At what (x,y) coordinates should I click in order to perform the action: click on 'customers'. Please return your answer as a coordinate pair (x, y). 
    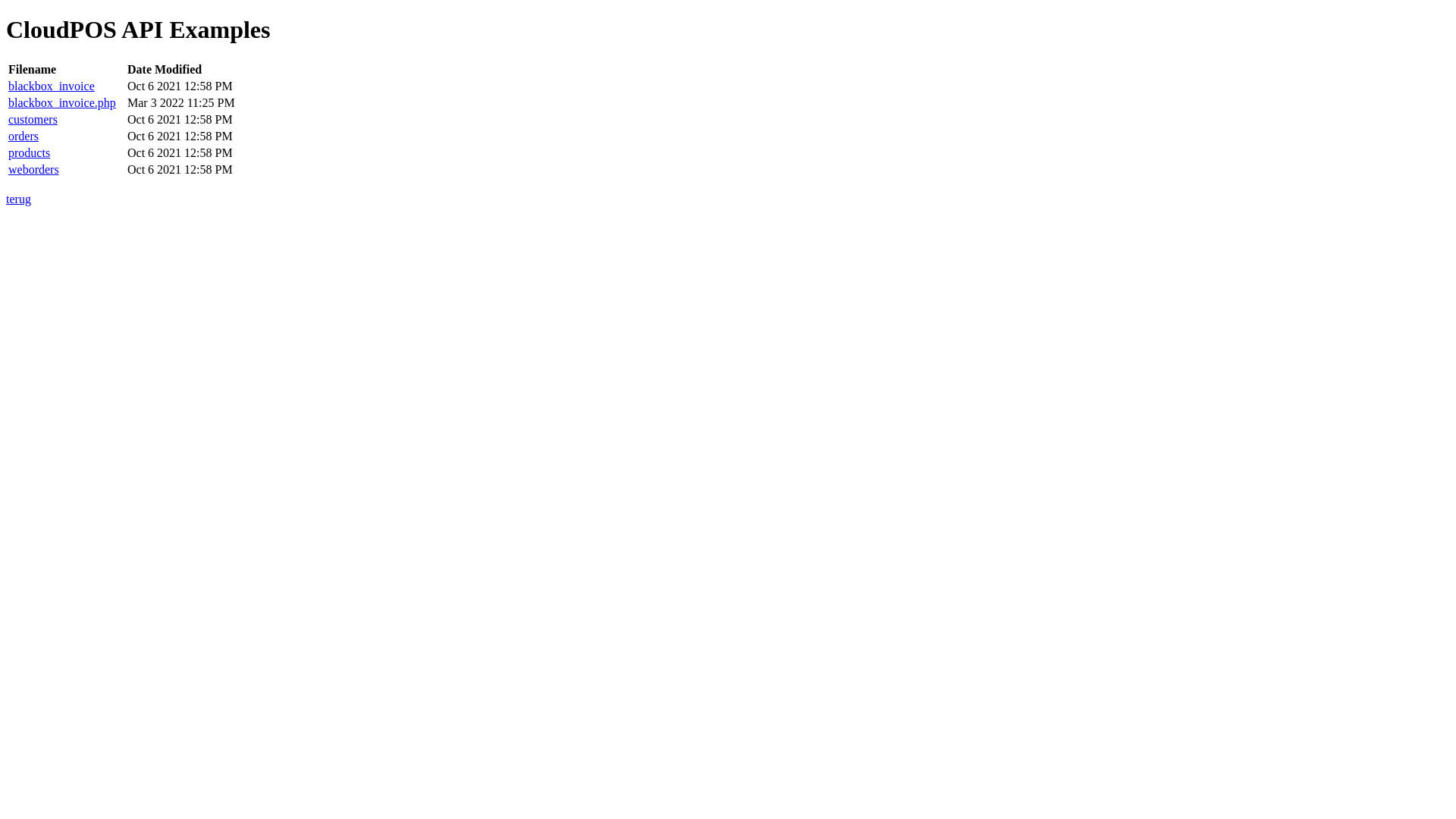
    Looking at the image, I should click on (8, 118).